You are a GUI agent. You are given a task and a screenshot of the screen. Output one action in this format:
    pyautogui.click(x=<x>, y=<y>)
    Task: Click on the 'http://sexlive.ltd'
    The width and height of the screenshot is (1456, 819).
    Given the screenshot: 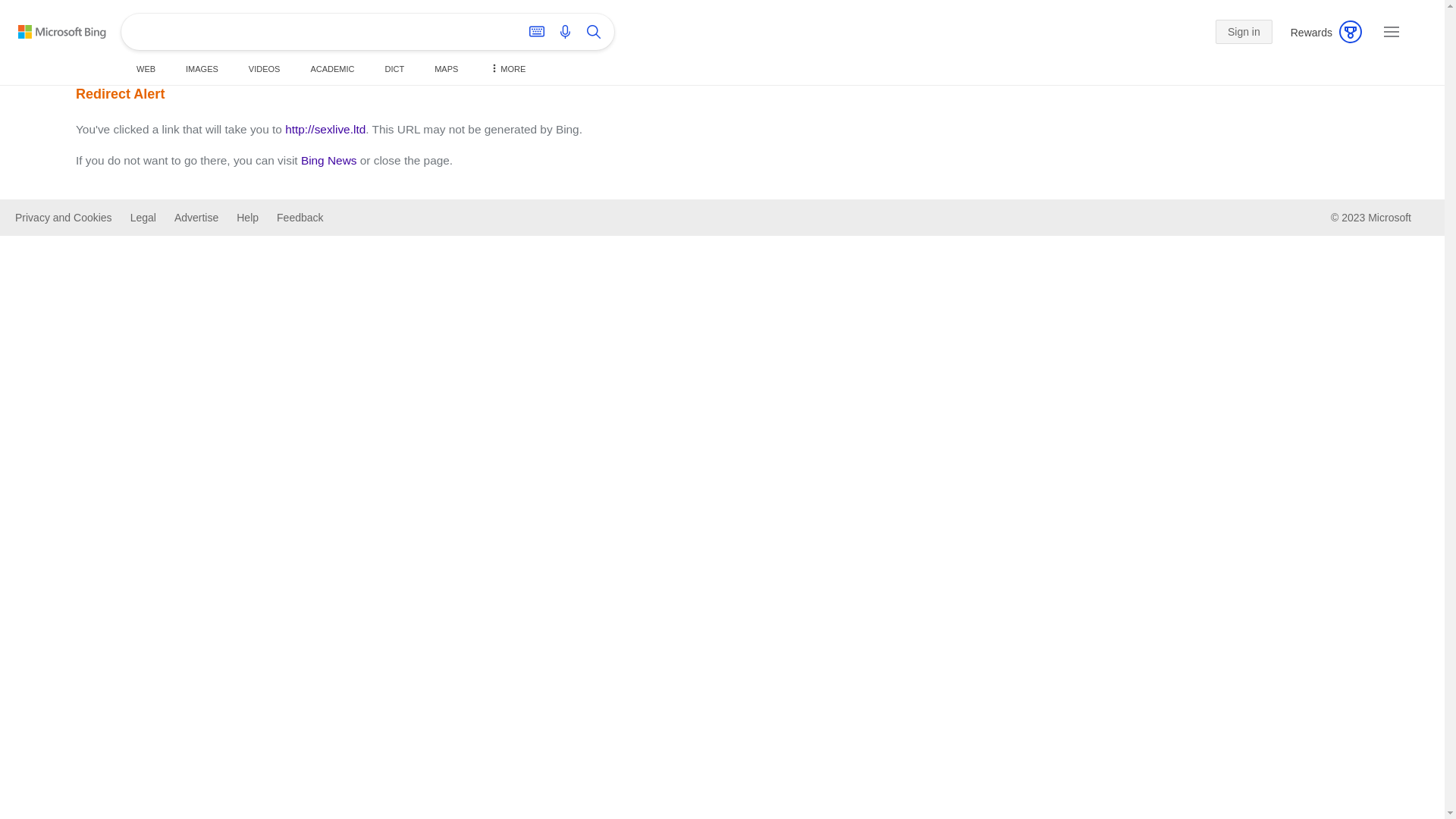 What is the action you would take?
    pyautogui.click(x=284, y=128)
    